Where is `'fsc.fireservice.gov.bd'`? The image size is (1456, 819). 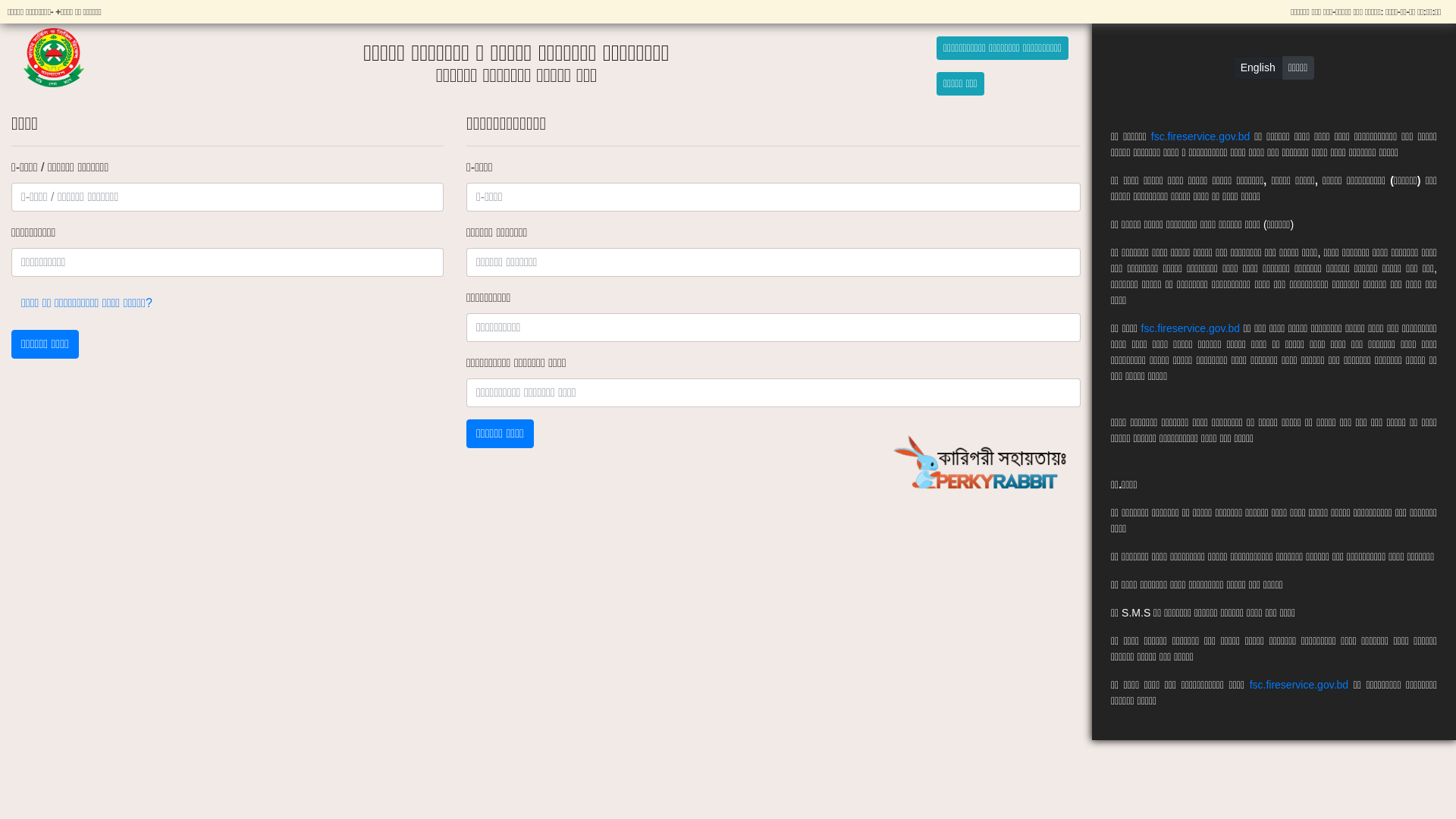 'fsc.fireservice.gov.bd' is located at coordinates (1200, 136).